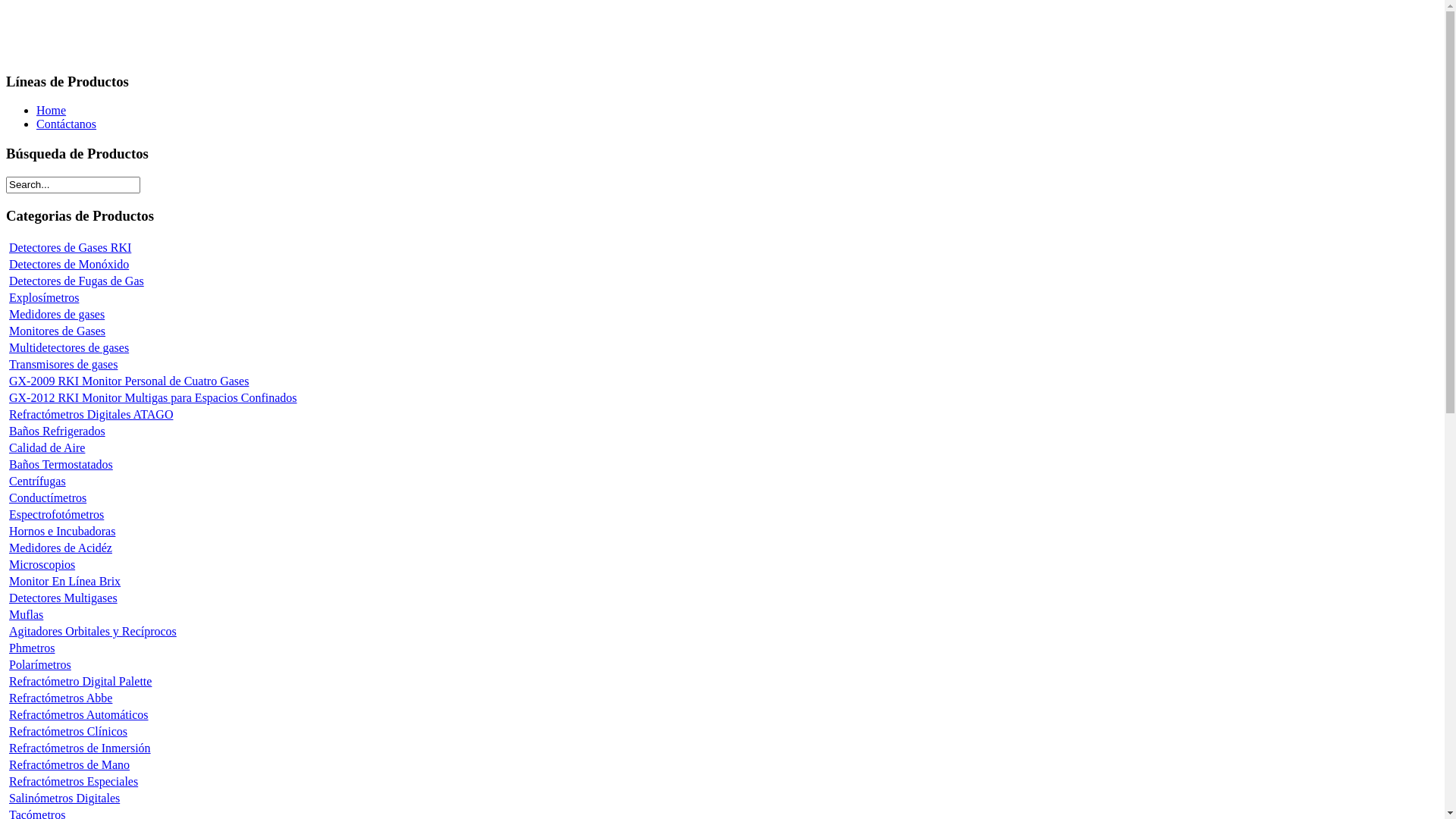 This screenshot has width=1456, height=819. What do you see at coordinates (152, 397) in the screenshot?
I see `'GX-2012 RKI Monitor Multigas para Espacios Confinados'` at bounding box center [152, 397].